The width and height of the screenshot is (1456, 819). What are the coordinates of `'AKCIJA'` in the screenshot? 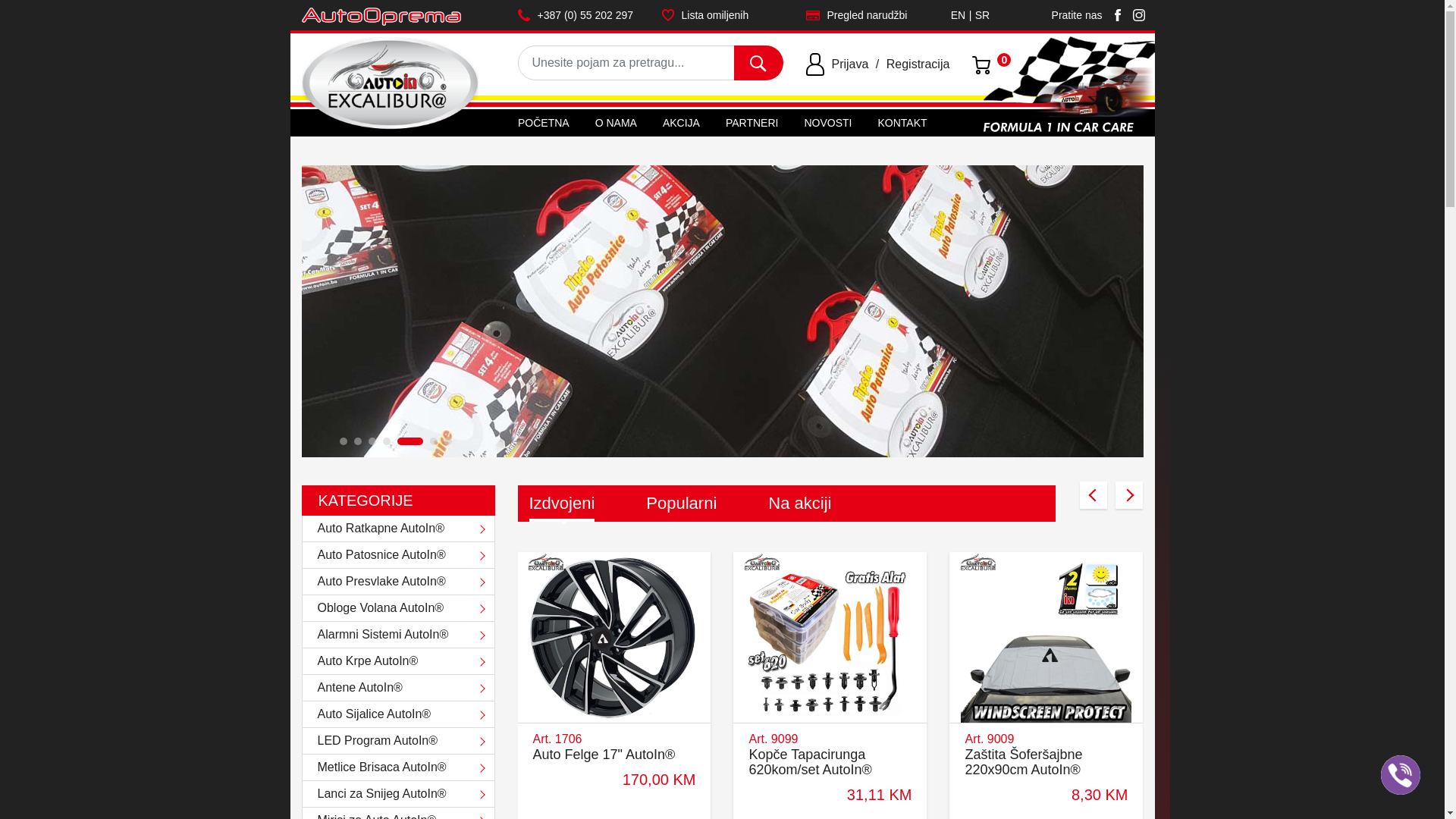 It's located at (680, 122).